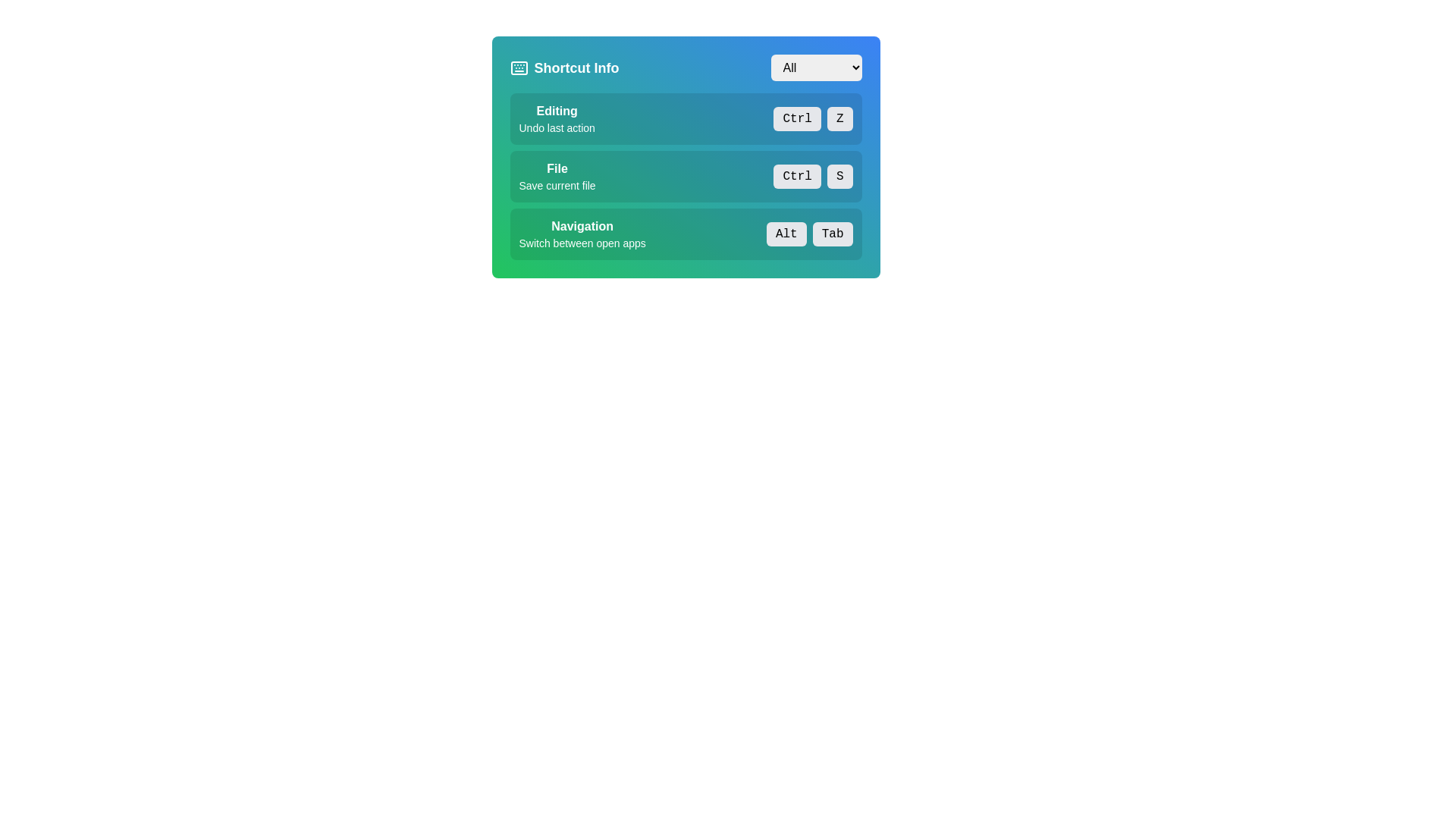 The height and width of the screenshot is (819, 1456). What do you see at coordinates (812, 118) in the screenshot?
I see `the Keyboard Shortcut Indicator for the undo action, located to the right of 'Undo last action' and below 'Editing'` at bounding box center [812, 118].